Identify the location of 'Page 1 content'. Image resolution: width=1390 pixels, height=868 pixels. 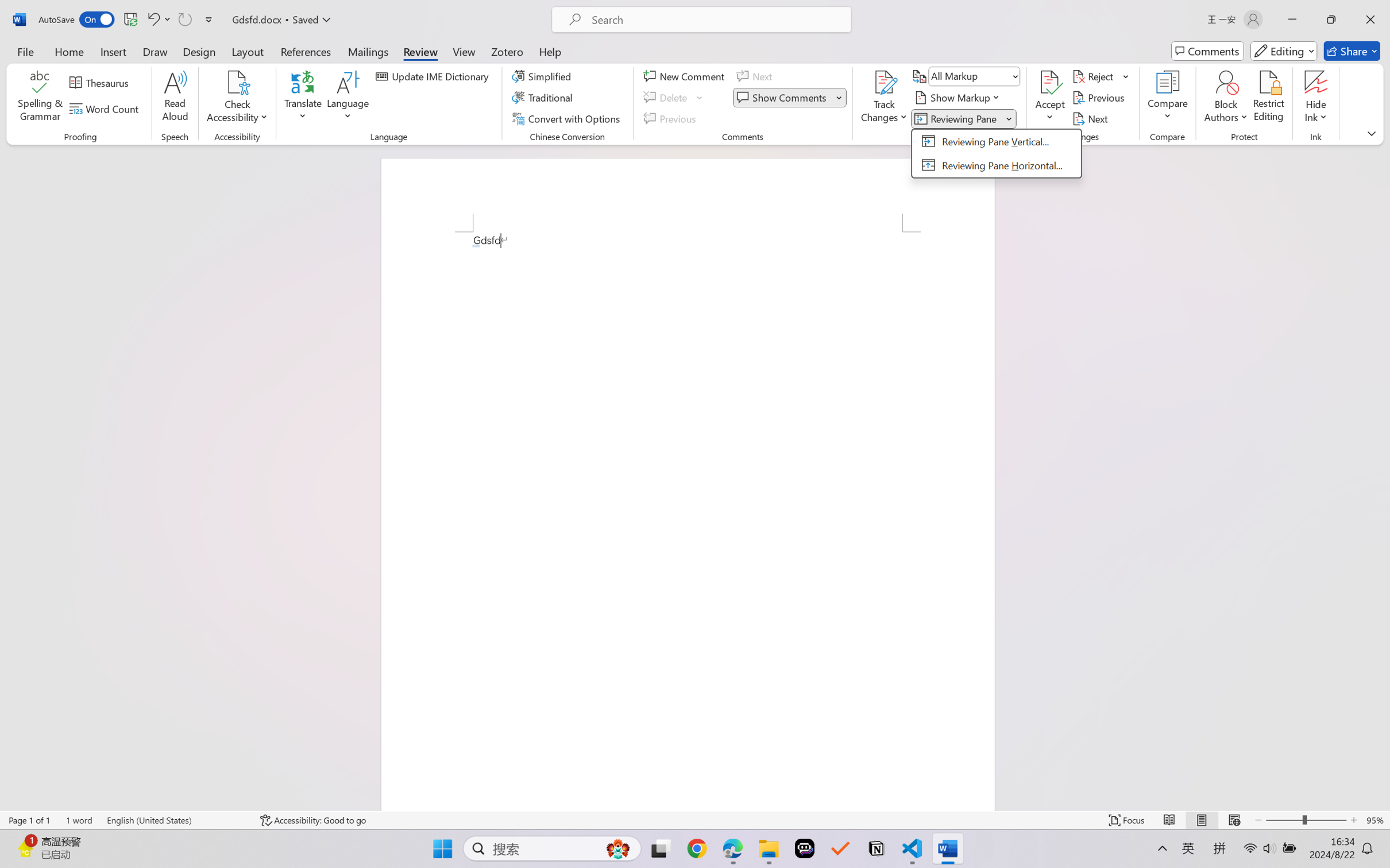
(688, 521).